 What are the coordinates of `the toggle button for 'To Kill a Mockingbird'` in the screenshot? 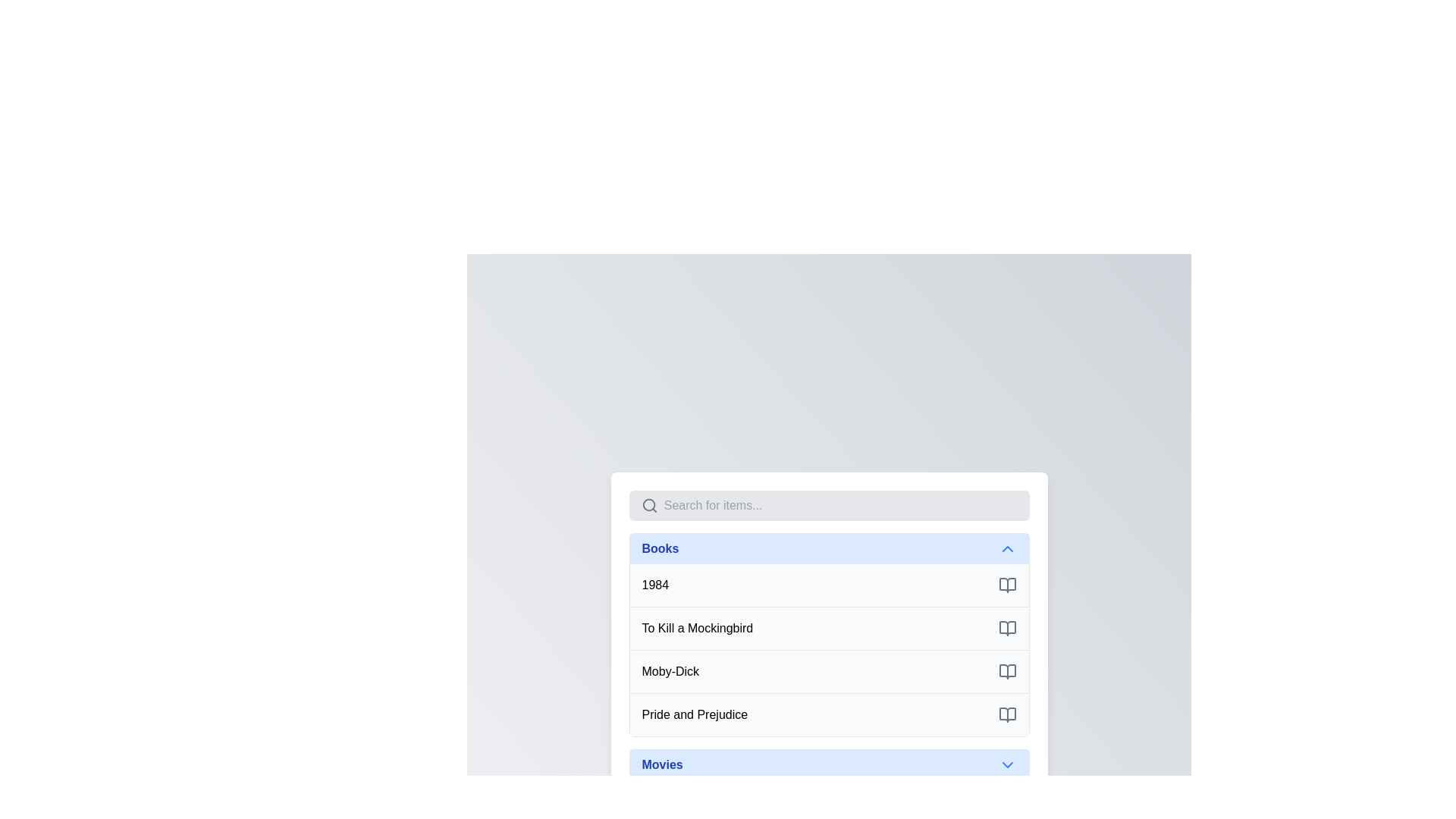 It's located at (1007, 628).